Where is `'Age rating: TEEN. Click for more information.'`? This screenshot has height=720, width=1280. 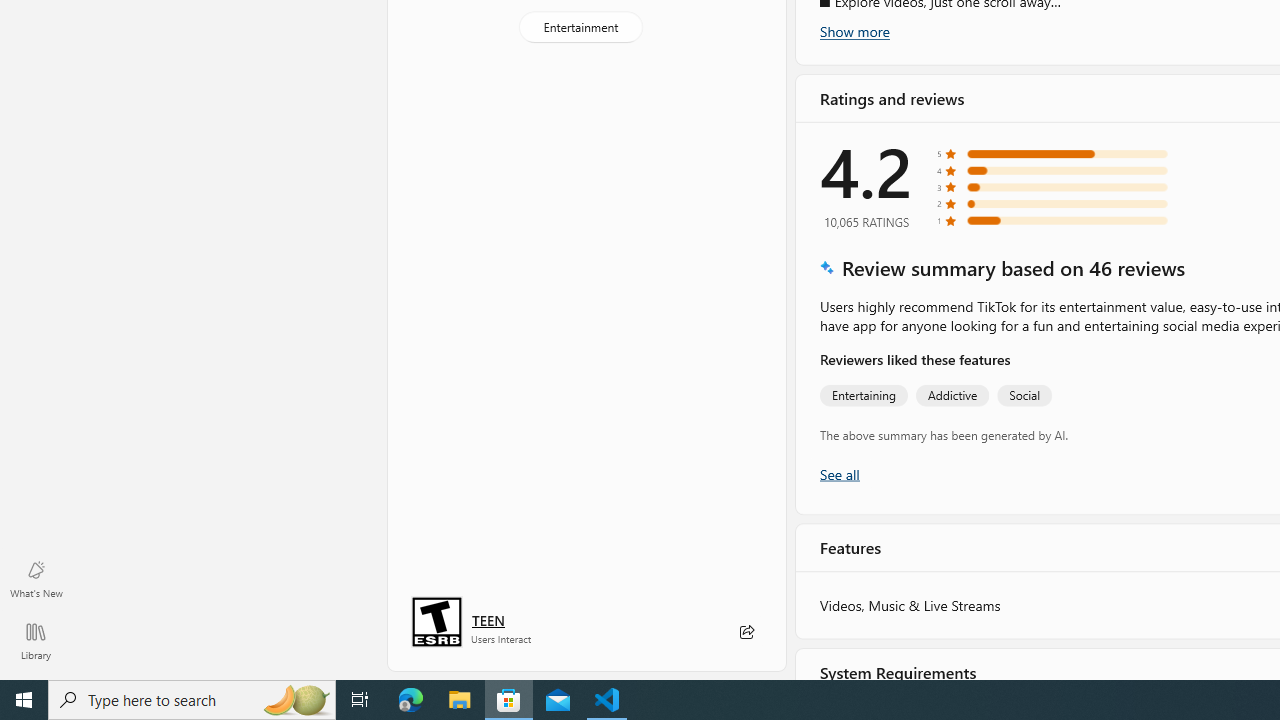
'Age rating: TEEN. Click for more information.' is located at coordinates (488, 618).